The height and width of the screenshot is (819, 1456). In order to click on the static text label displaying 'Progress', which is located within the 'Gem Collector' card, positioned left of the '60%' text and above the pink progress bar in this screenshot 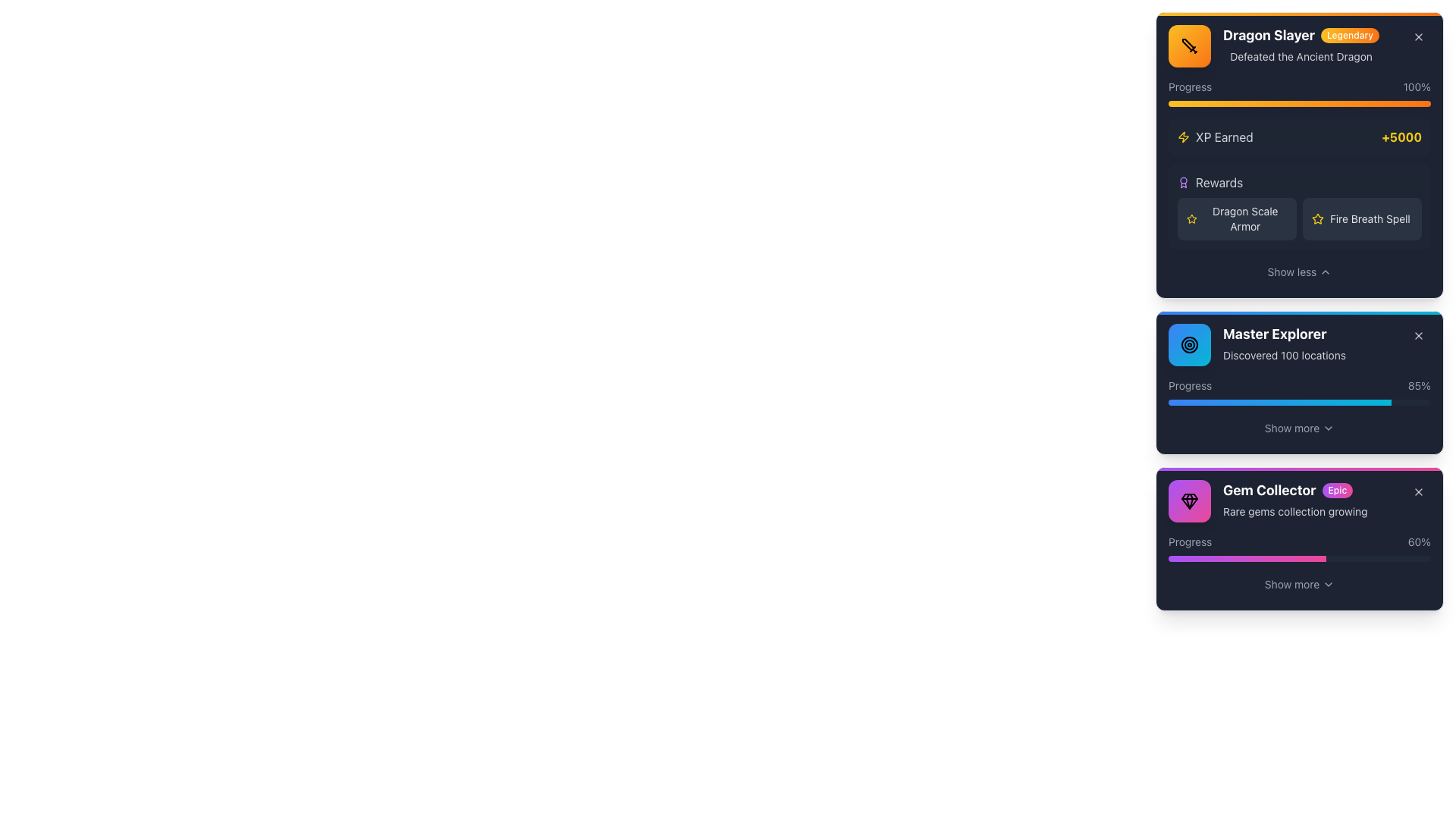, I will do `click(1189, 541)`.